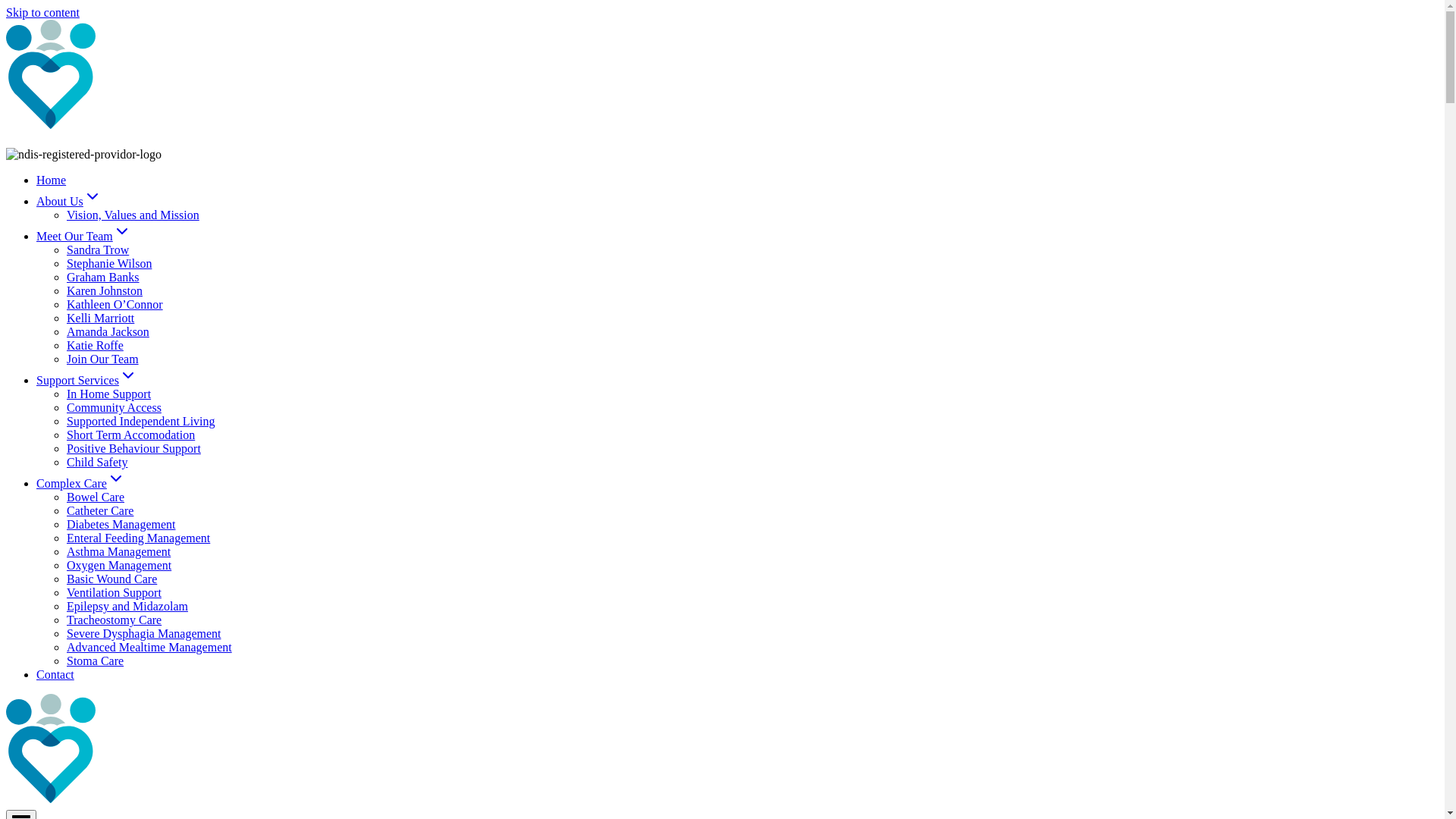 Image resolution: width=1456 pixels, height=819 pixels. I want to click on 'Sandra Trow', so click(97, 249).